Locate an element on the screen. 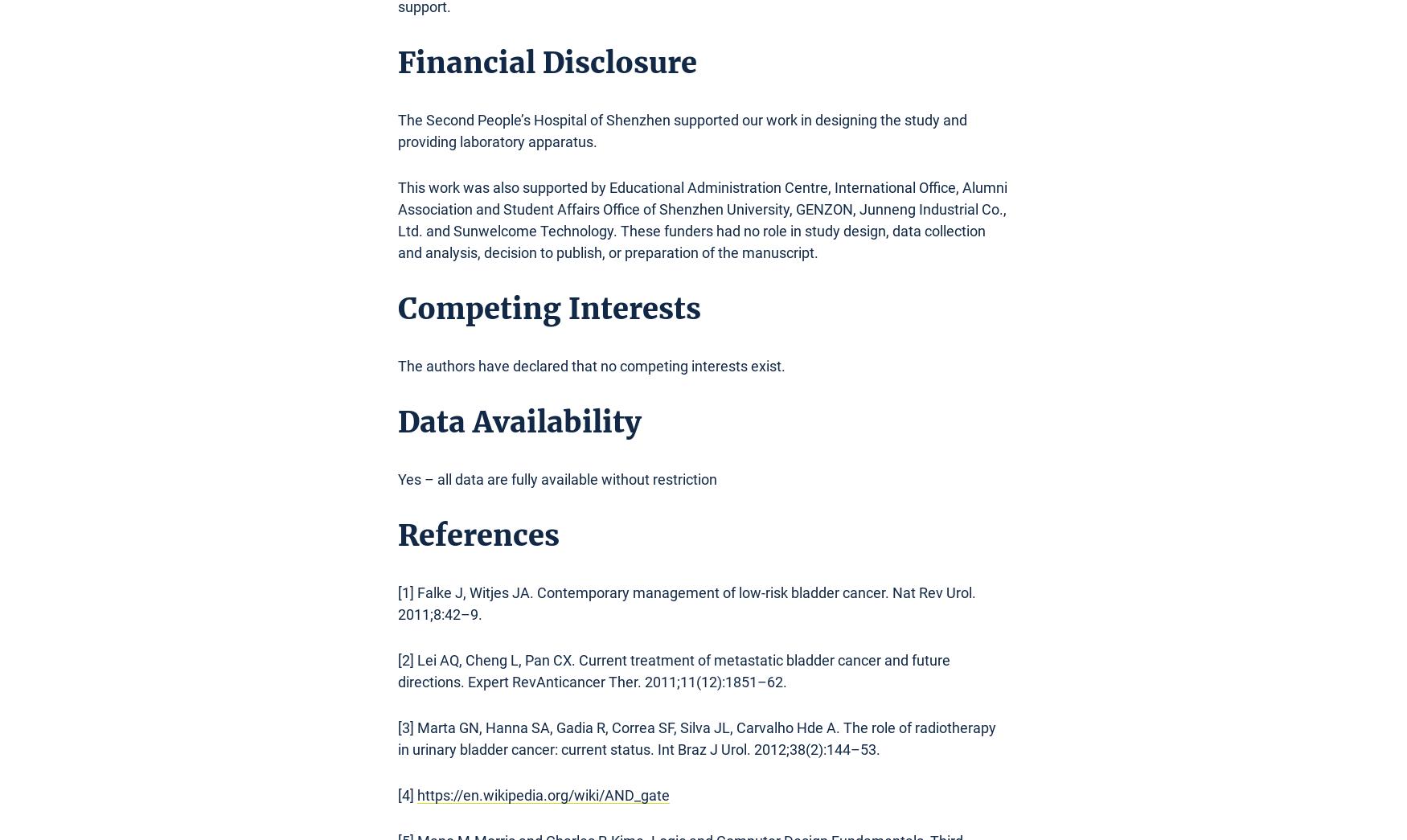  'This work was also supported by Educational Administration Centre, International Office, Alumni Association and Student Affairs Office of Shenzhen University, GENZON, Junneng Industrial Co., Ltd. and Sunwelcome Technology. These funders had no role in study design, data collection and analysis, decision to publish, or preparation of the manuscript.' is located at coordinates (702, 219).